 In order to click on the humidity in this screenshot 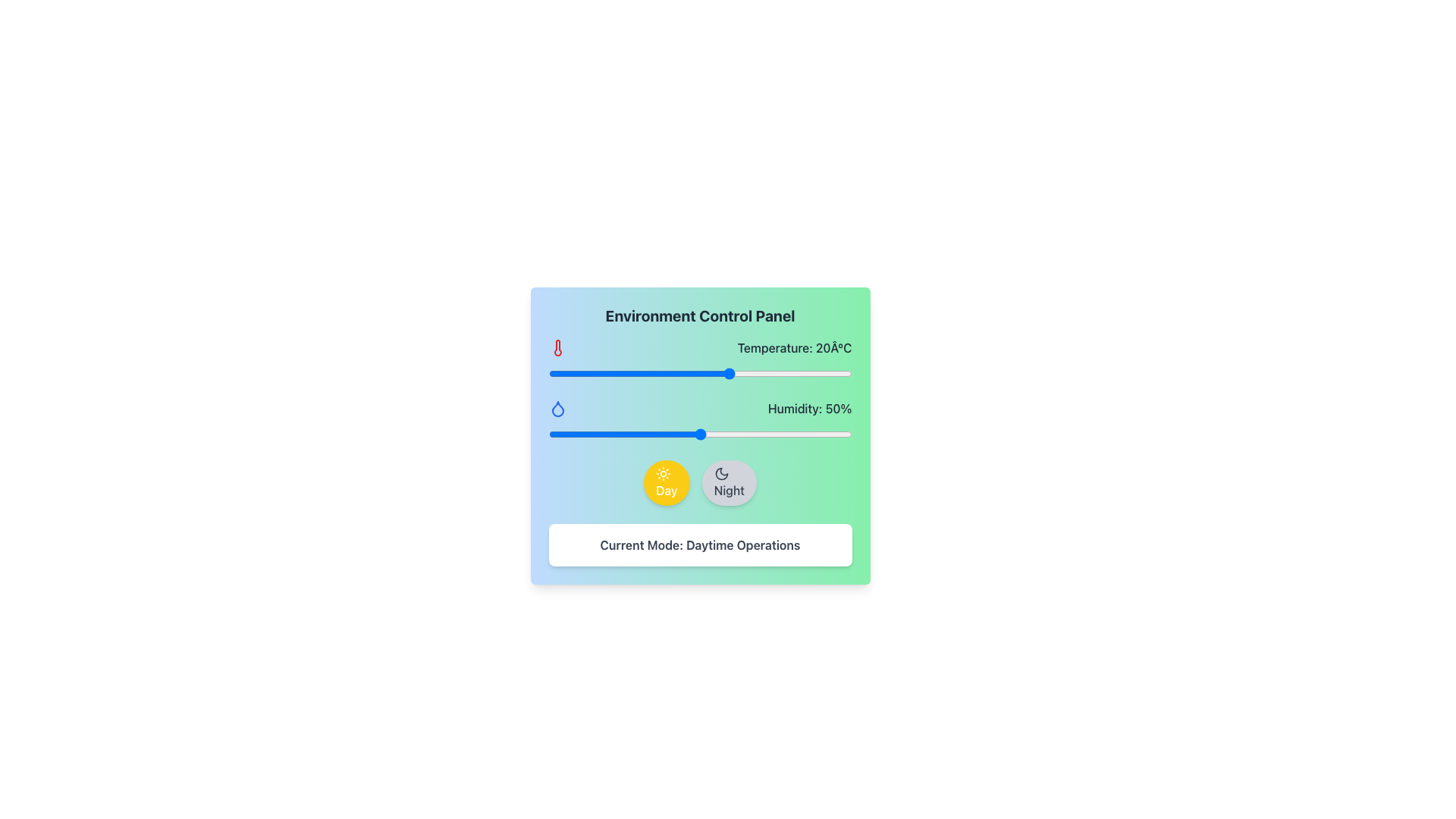, I will do `click(615, 435)`.